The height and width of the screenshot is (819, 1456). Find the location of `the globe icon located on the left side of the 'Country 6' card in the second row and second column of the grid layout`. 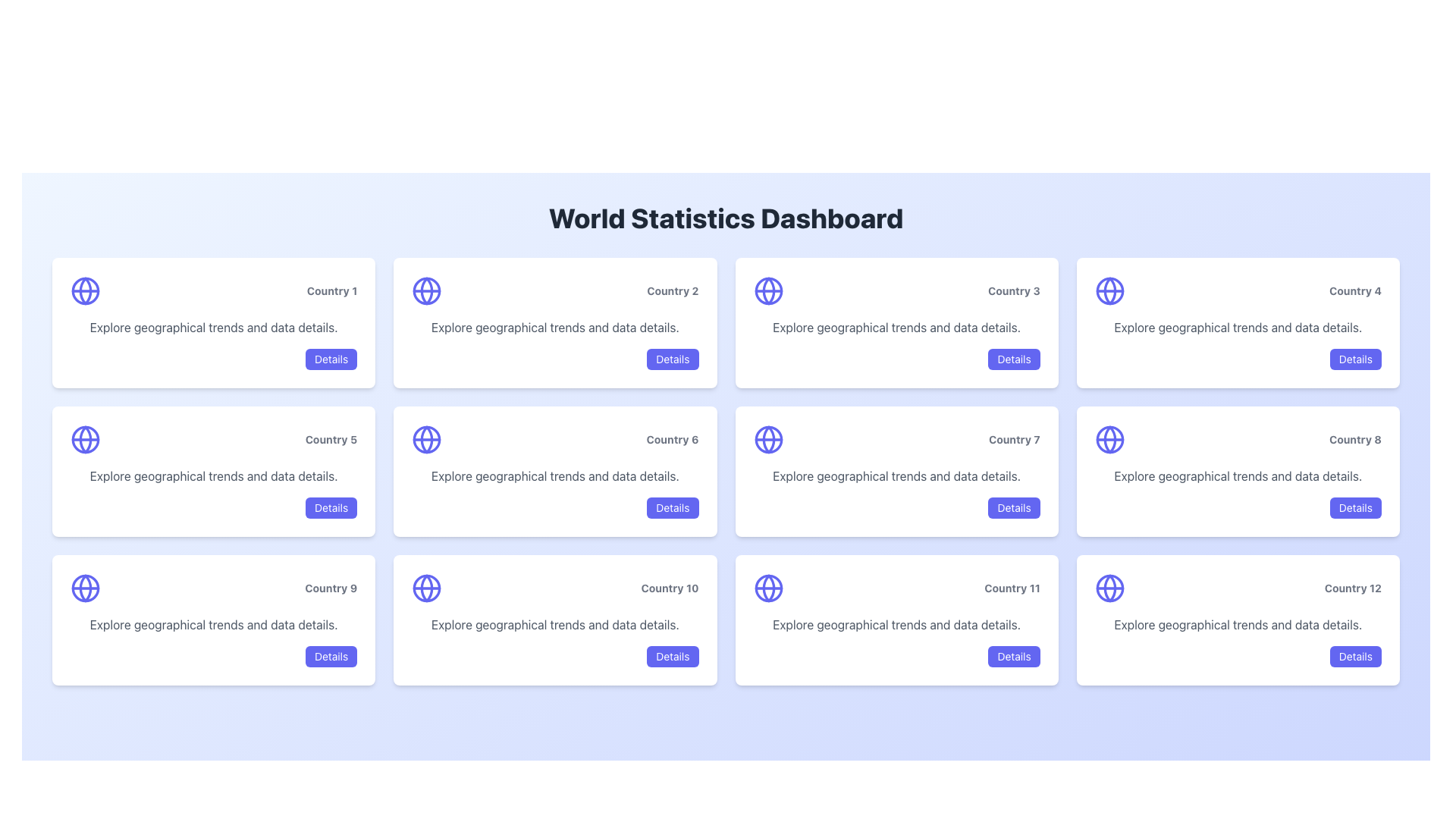

the globe icon located on the left side of the 'Country 6' card in the second row and second column of the grid layout is located at coordinates (426, 439).